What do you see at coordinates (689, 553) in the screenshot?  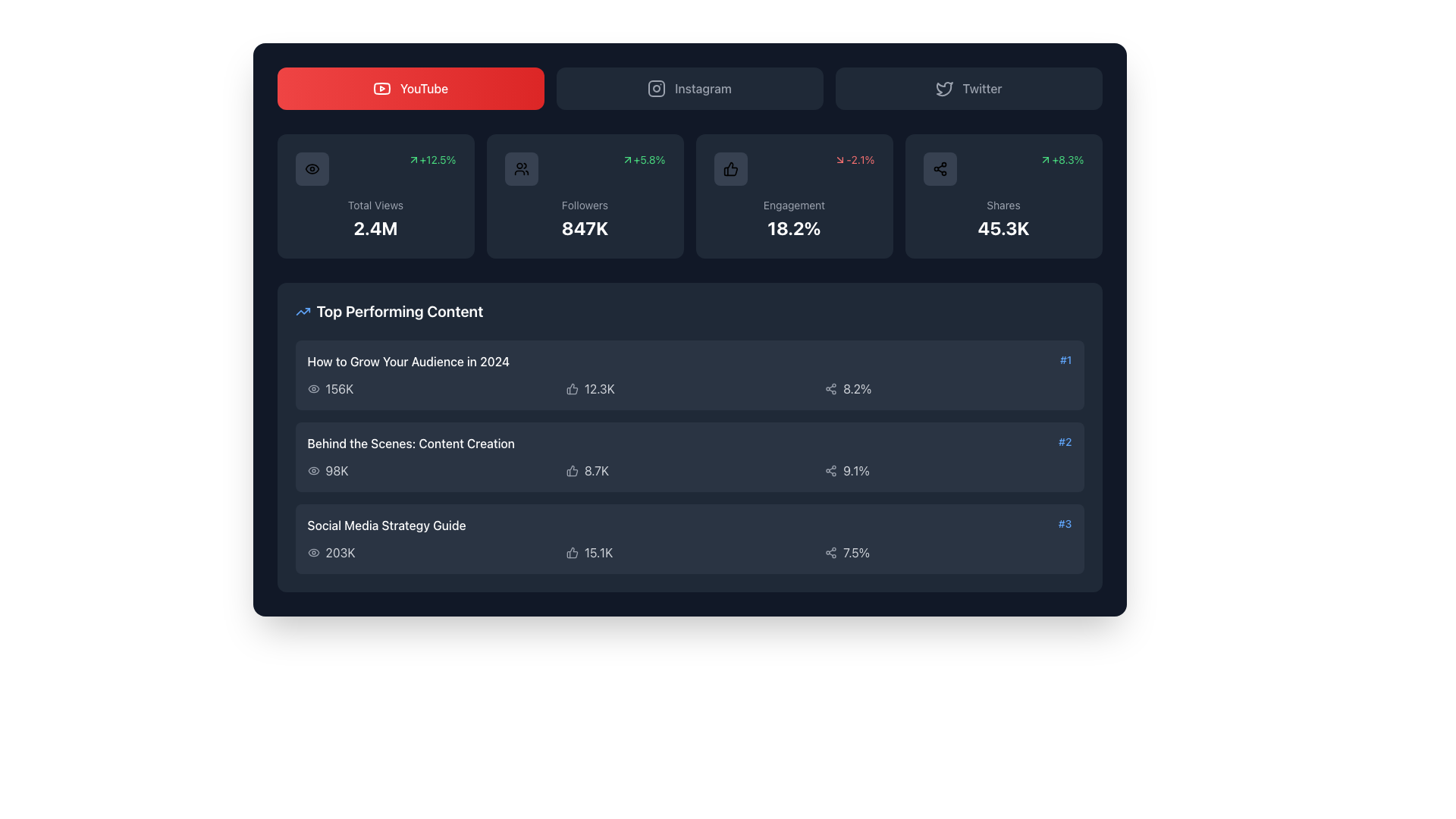 I see `the A data row displaying stats and icons located in the lower section of the card titled 'Social Media Strategy Guide #3'` at bounding box center [689, 553].